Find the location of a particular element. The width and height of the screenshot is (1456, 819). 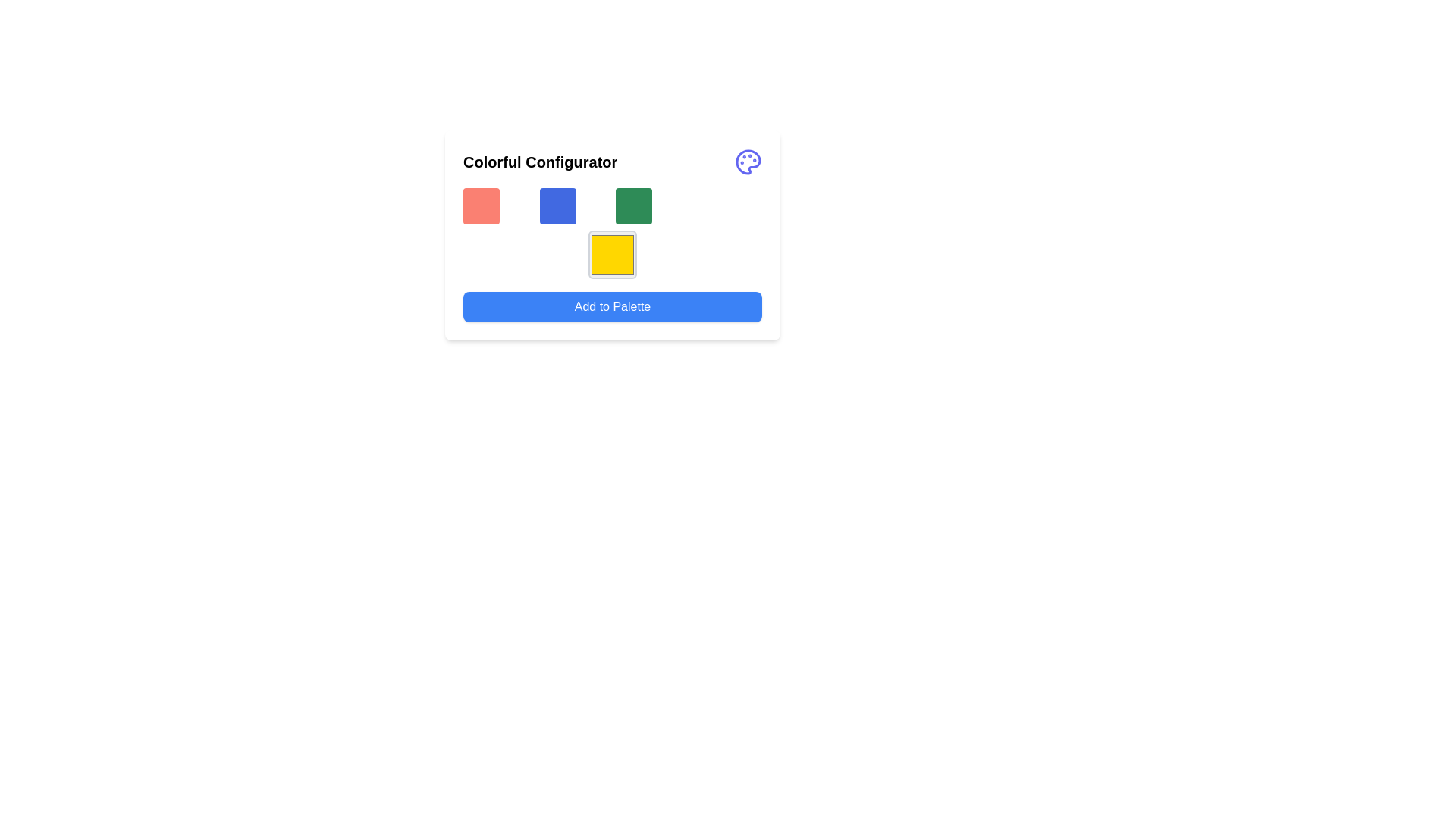

to select or highlight the third color swatch in a horizontally aligned grid of four squares, located between the blue square and the yellow square is located at coordinates (633, 206).